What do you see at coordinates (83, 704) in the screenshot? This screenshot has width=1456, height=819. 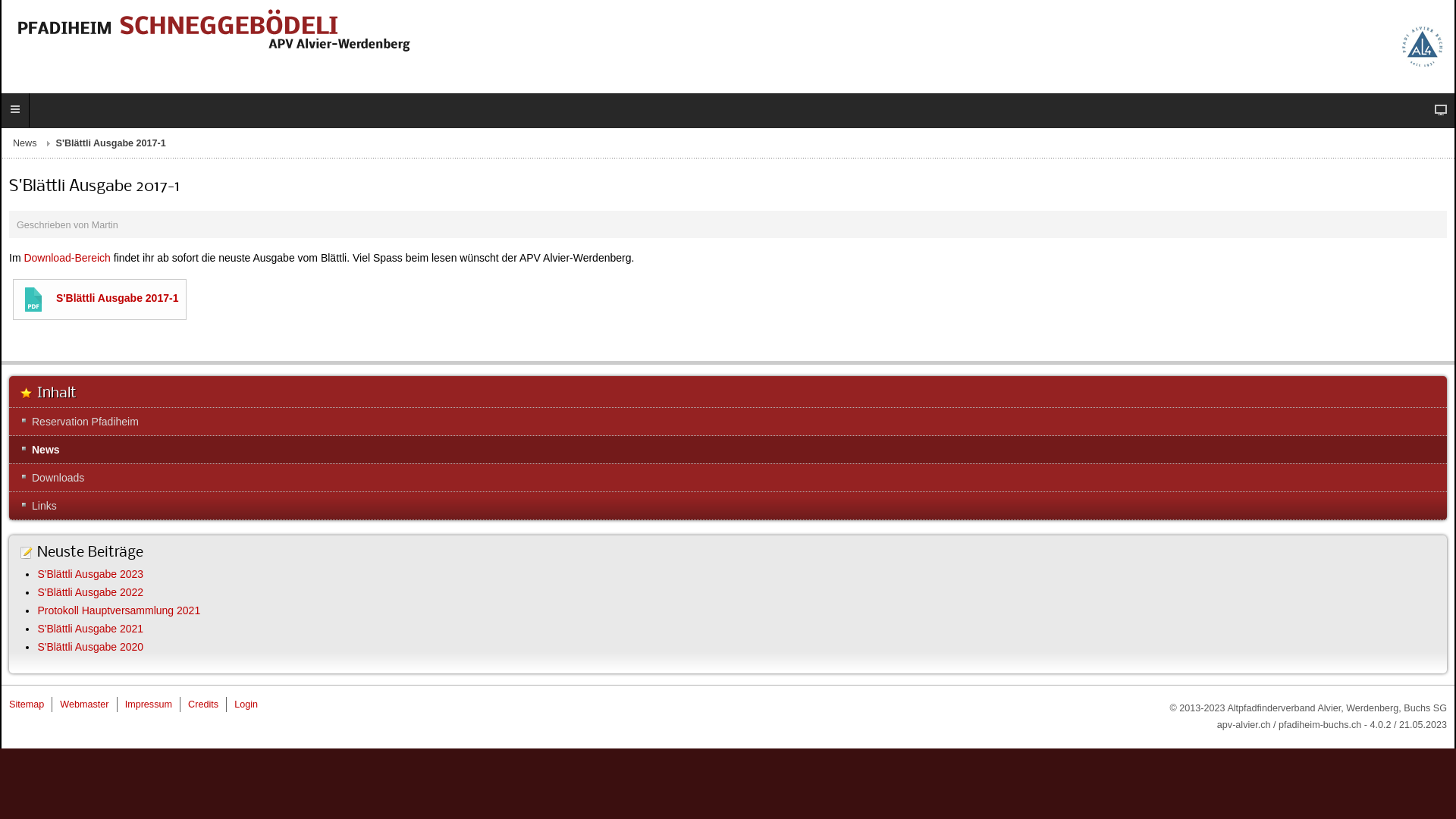 I see `'Webmaster'` at bounding box center [83, 704].